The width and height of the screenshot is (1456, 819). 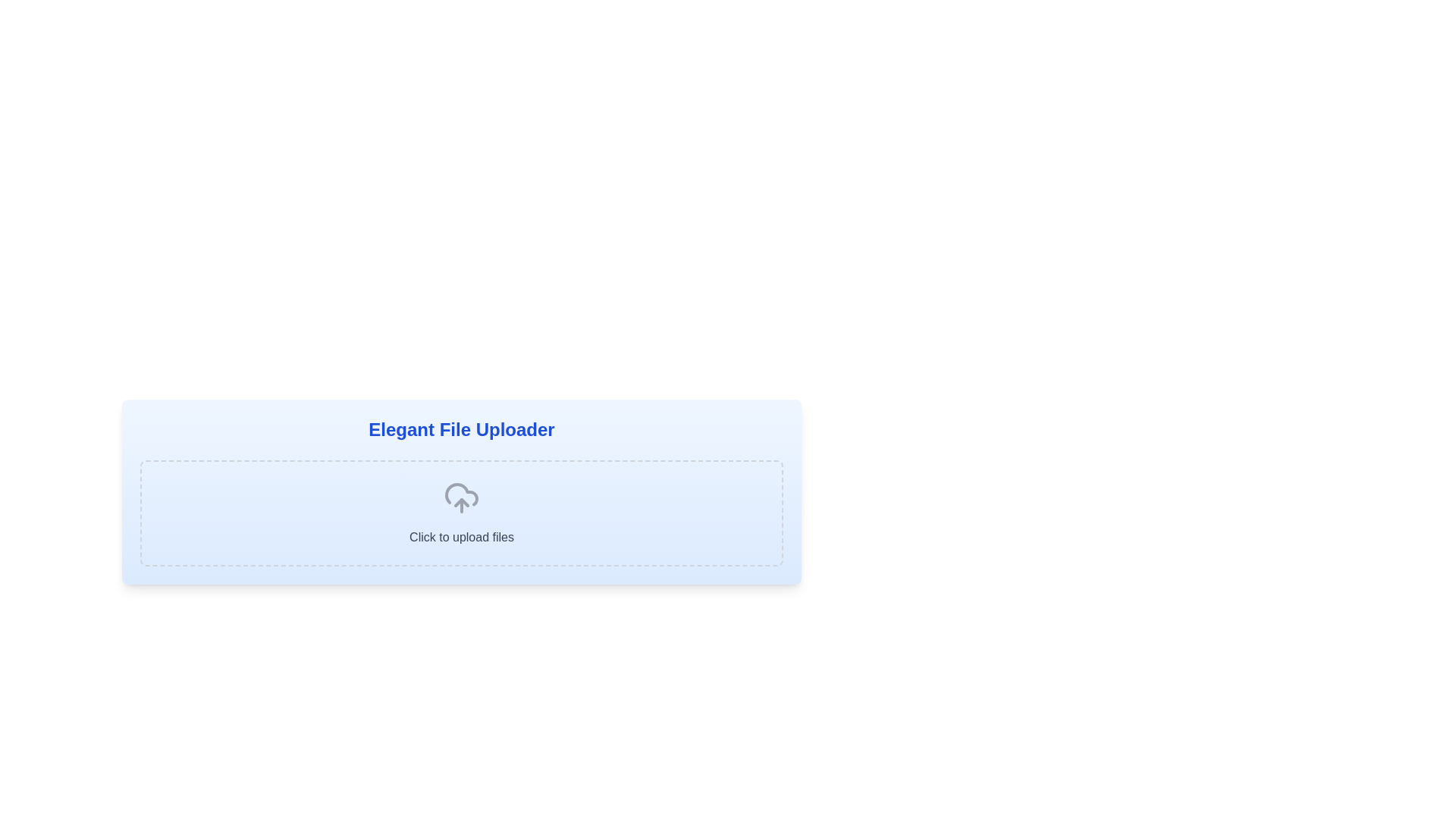 What do you see at coordinates (461, 513) in the screenshot?
I see `the Interactive upload button, which features a cloud icon with an upward arrow and the text 'Click to upload files', located centrally in the dashed rectangular box of the 'Elegant File Uploader' section` at bounding box center [461, 513].